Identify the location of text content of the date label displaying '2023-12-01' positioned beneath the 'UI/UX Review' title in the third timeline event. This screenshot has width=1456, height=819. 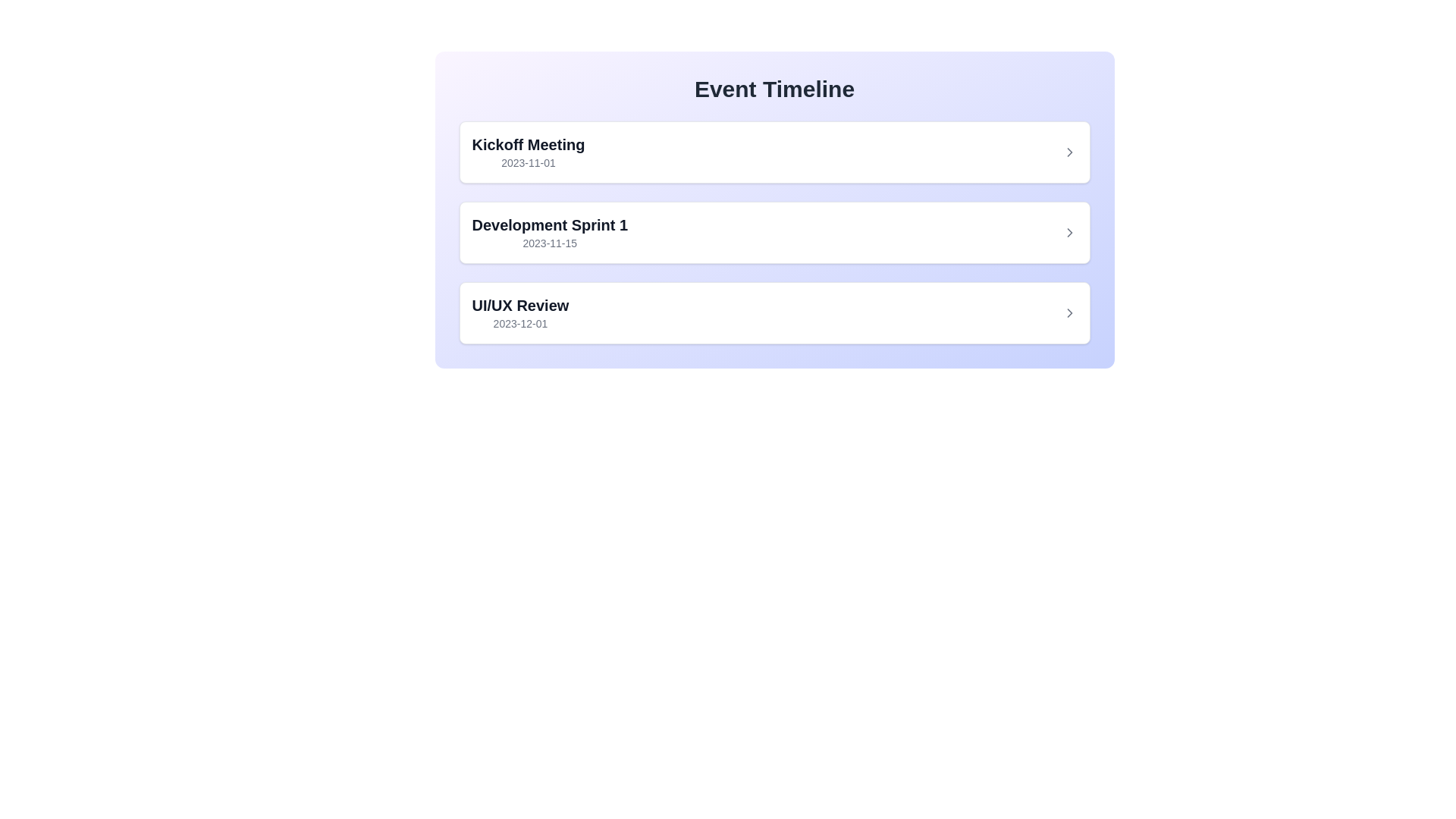
(520, 323).